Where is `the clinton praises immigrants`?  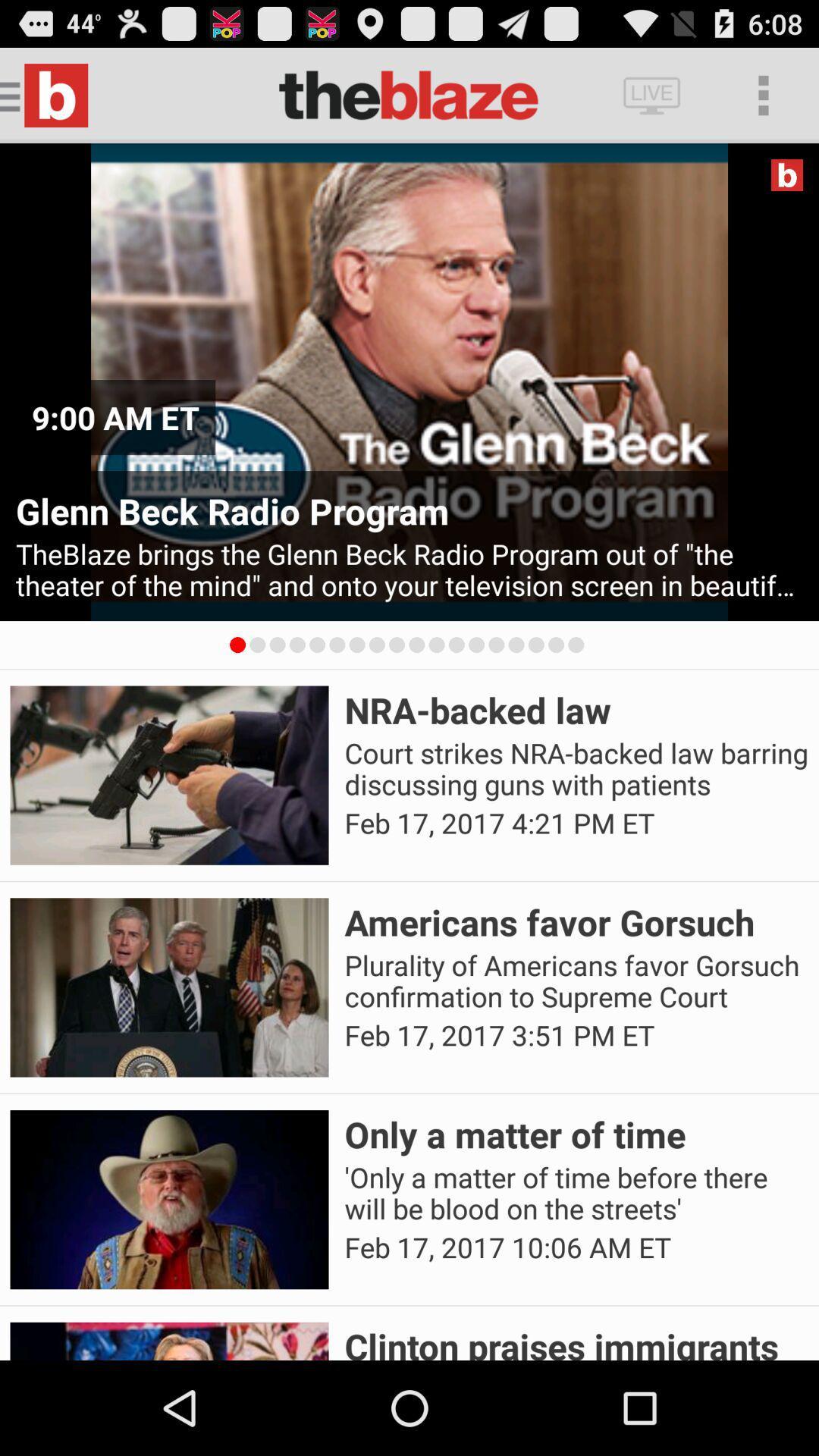 the clinton praises immigrants is located at coordinates (576, 1341).